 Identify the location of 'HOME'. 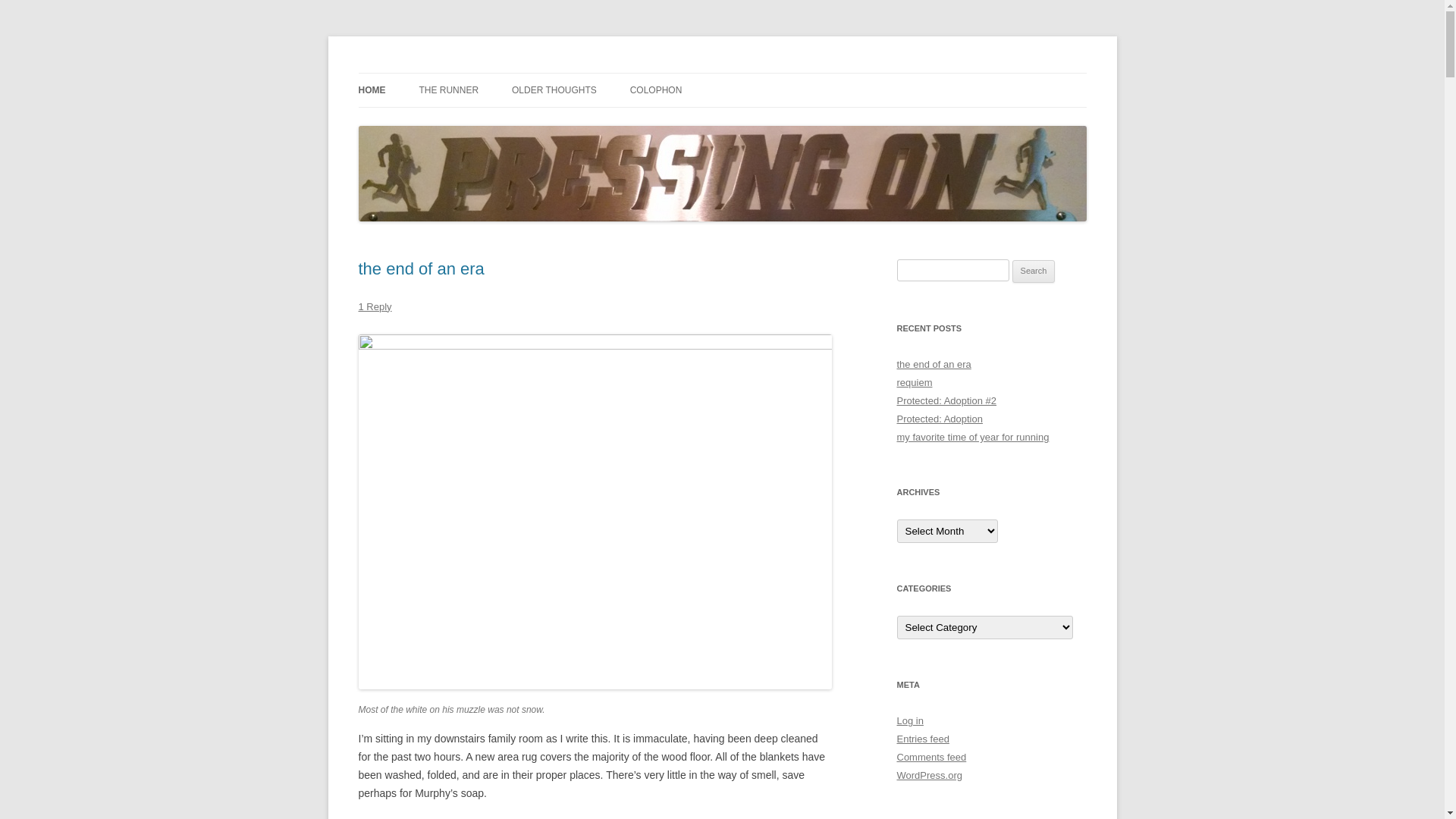
(371, 90).